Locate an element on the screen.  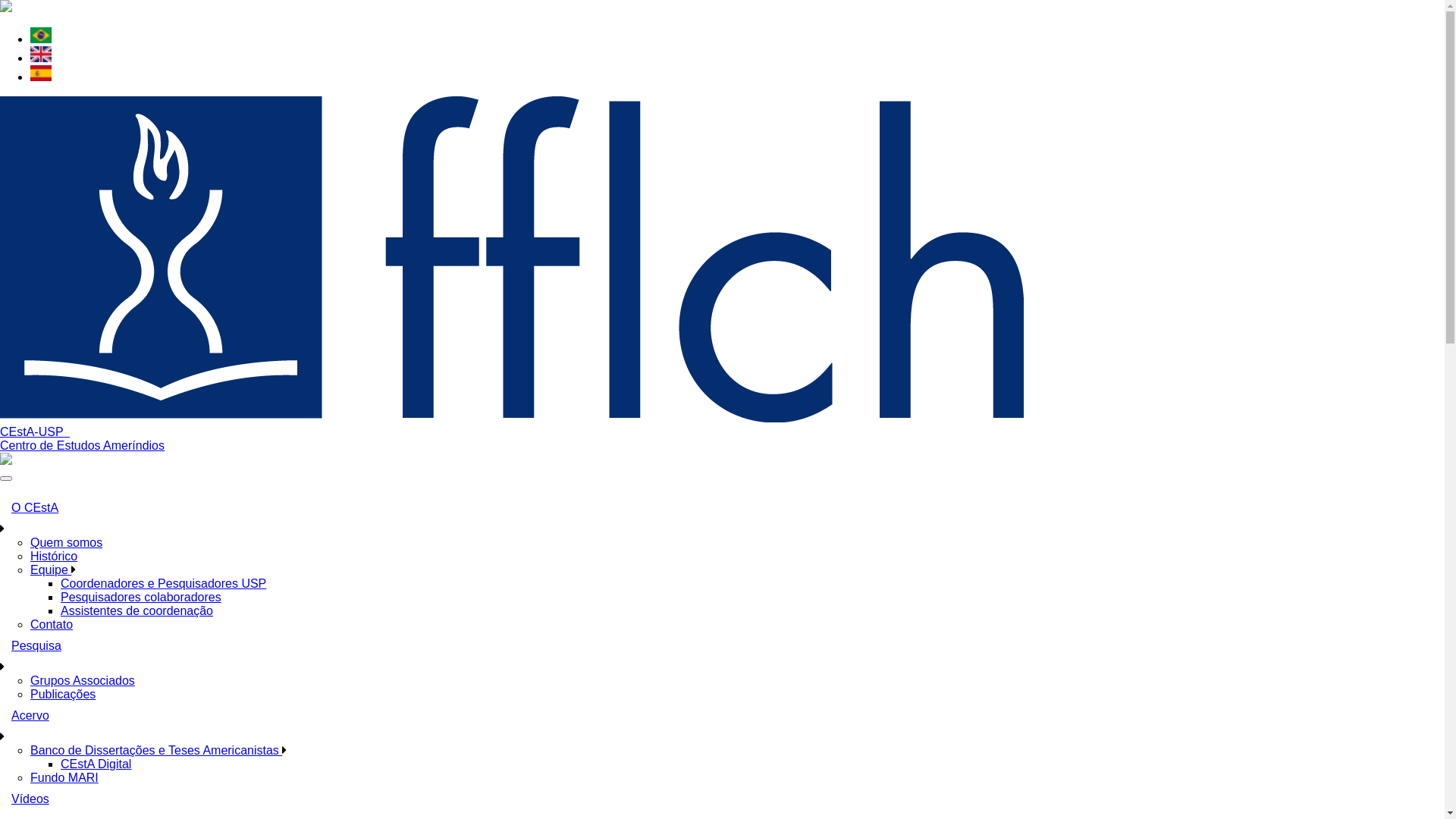
'English' is located at coordinates (30, 53).